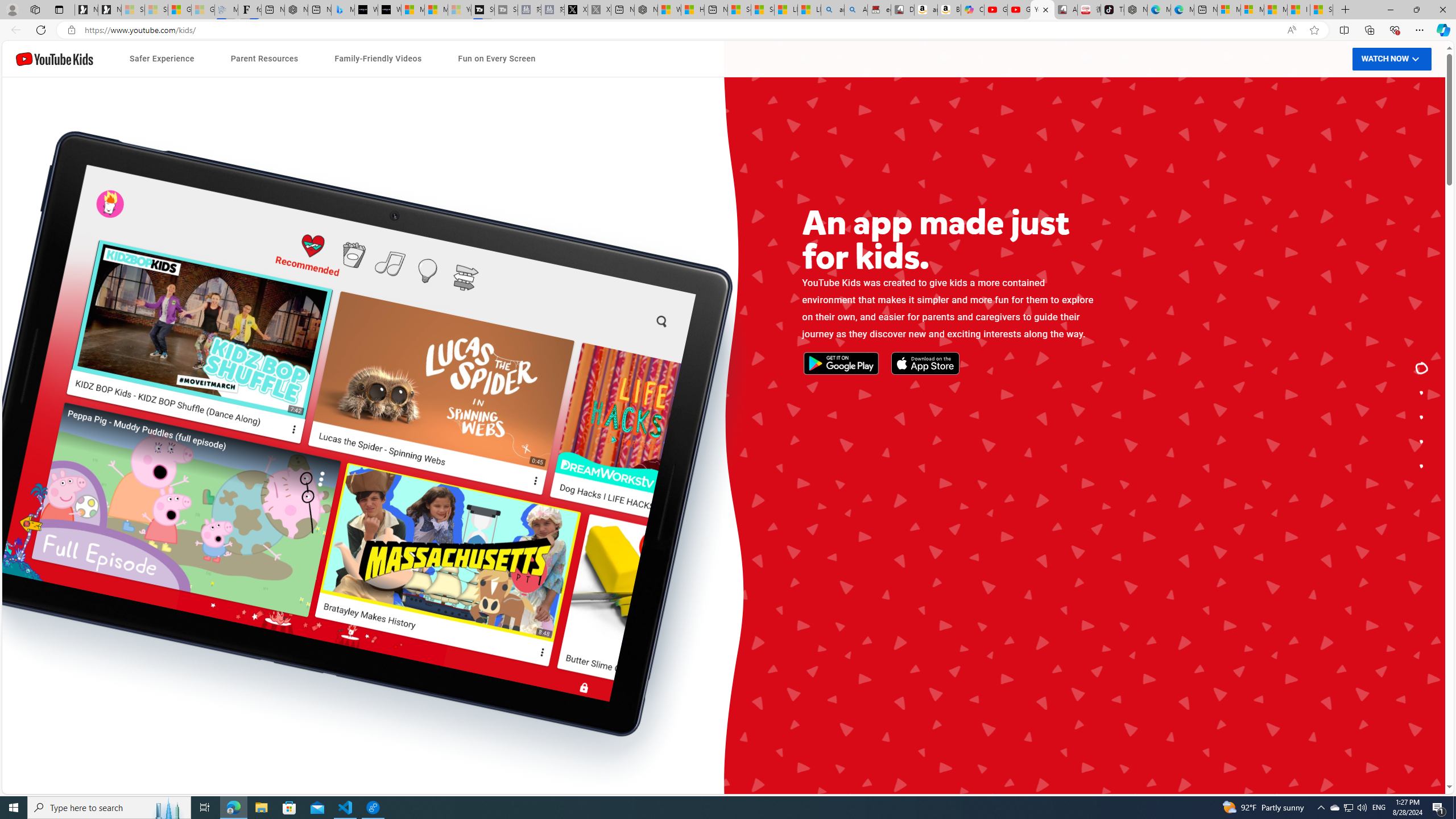 This screenshot has height=819, width=1456. Describe the element at coordinates (482, 9) in the screenshot. I see `'Streaming Coverage | T3'` at that location.